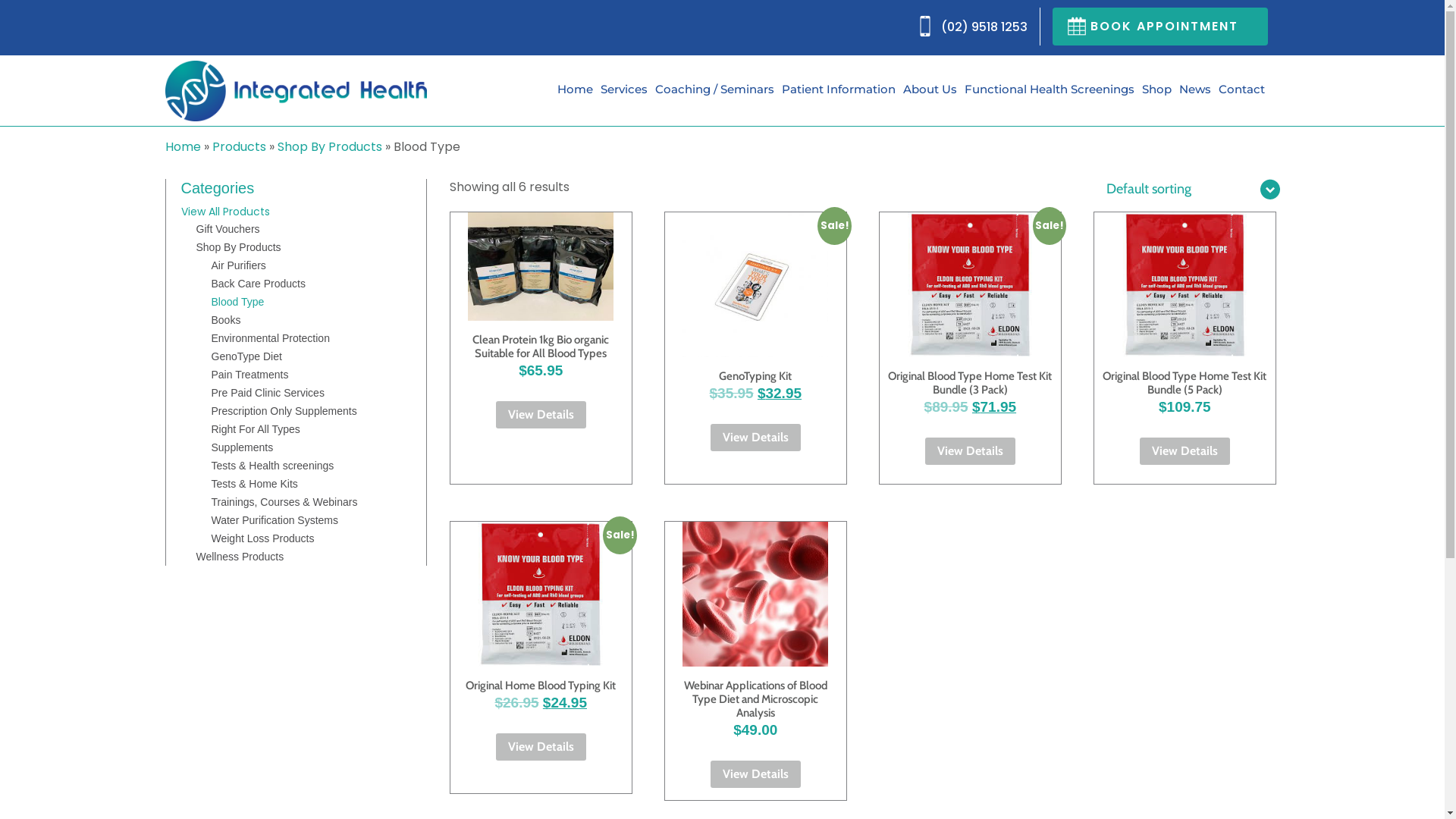 Image resolution: width=1456 pixels, height=819 pixels. Describe the element at coordinates (249, 374) in the screenshot. I see `'Pain Treatments'` at that location.